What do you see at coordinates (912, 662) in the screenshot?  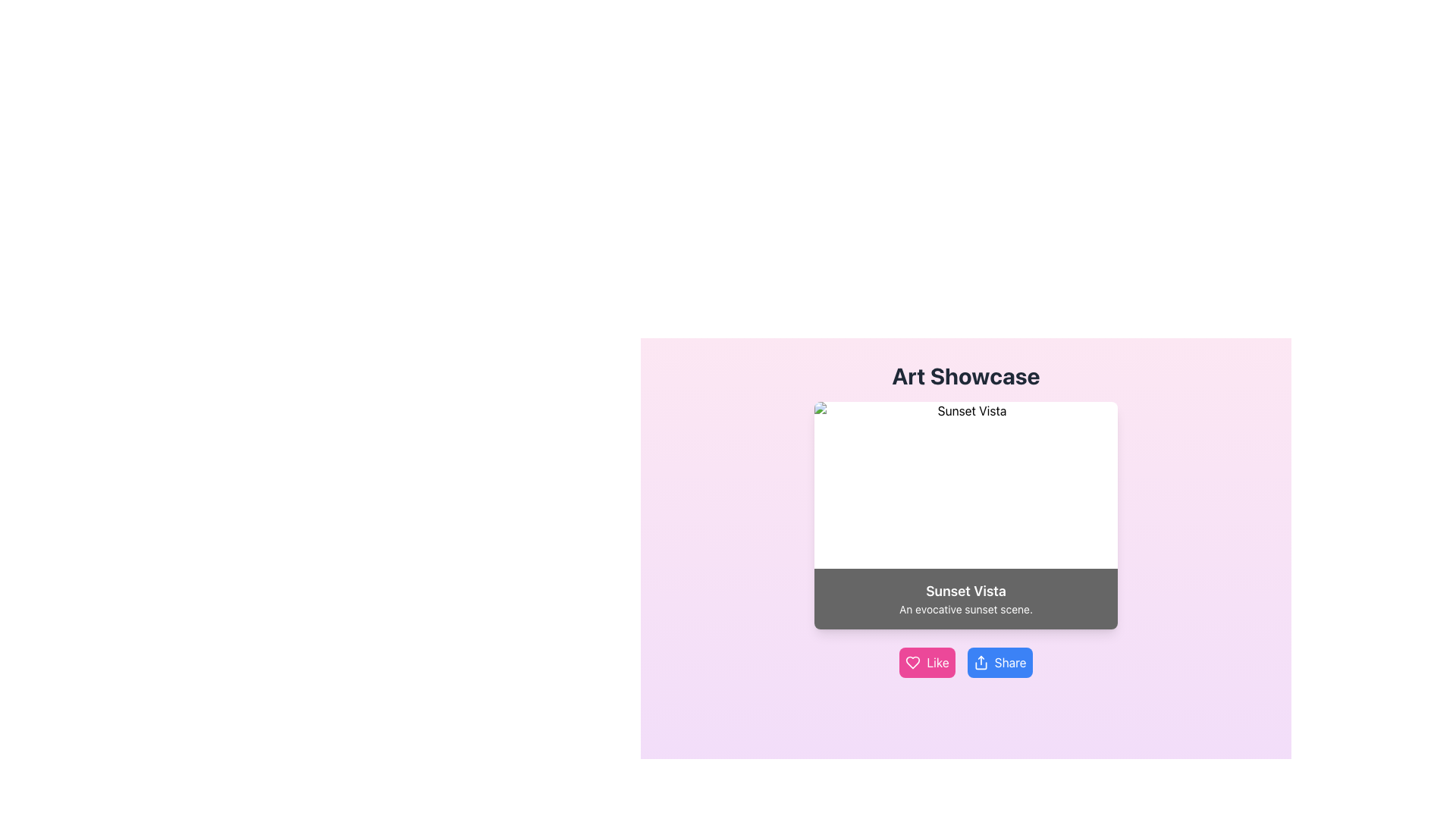 I see `the pink heart icon with a thin white outline, part of the 'Like' button` at bounding box center [912, 662].